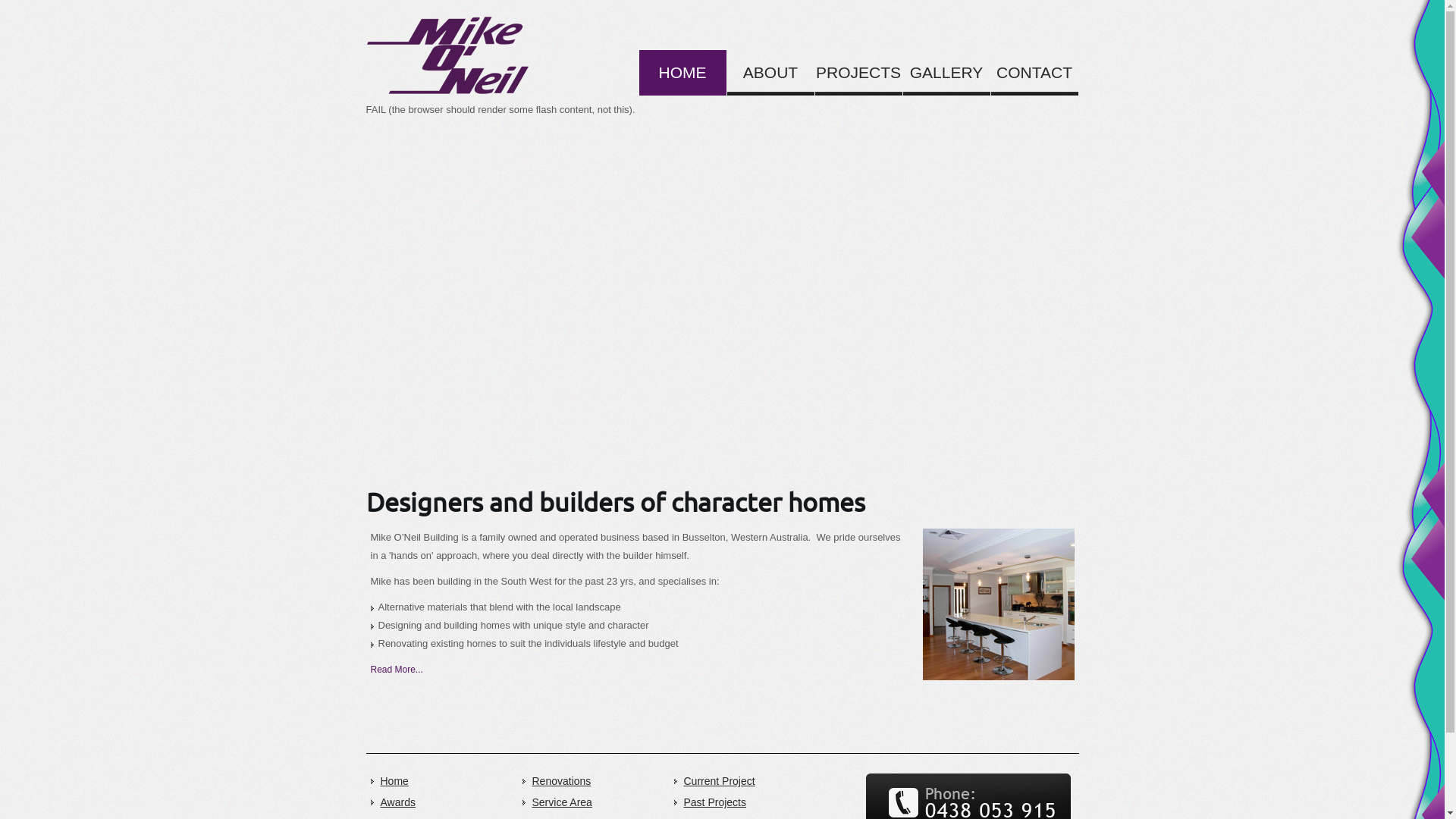  I want to click on 'Service Area', so click(592, 801).